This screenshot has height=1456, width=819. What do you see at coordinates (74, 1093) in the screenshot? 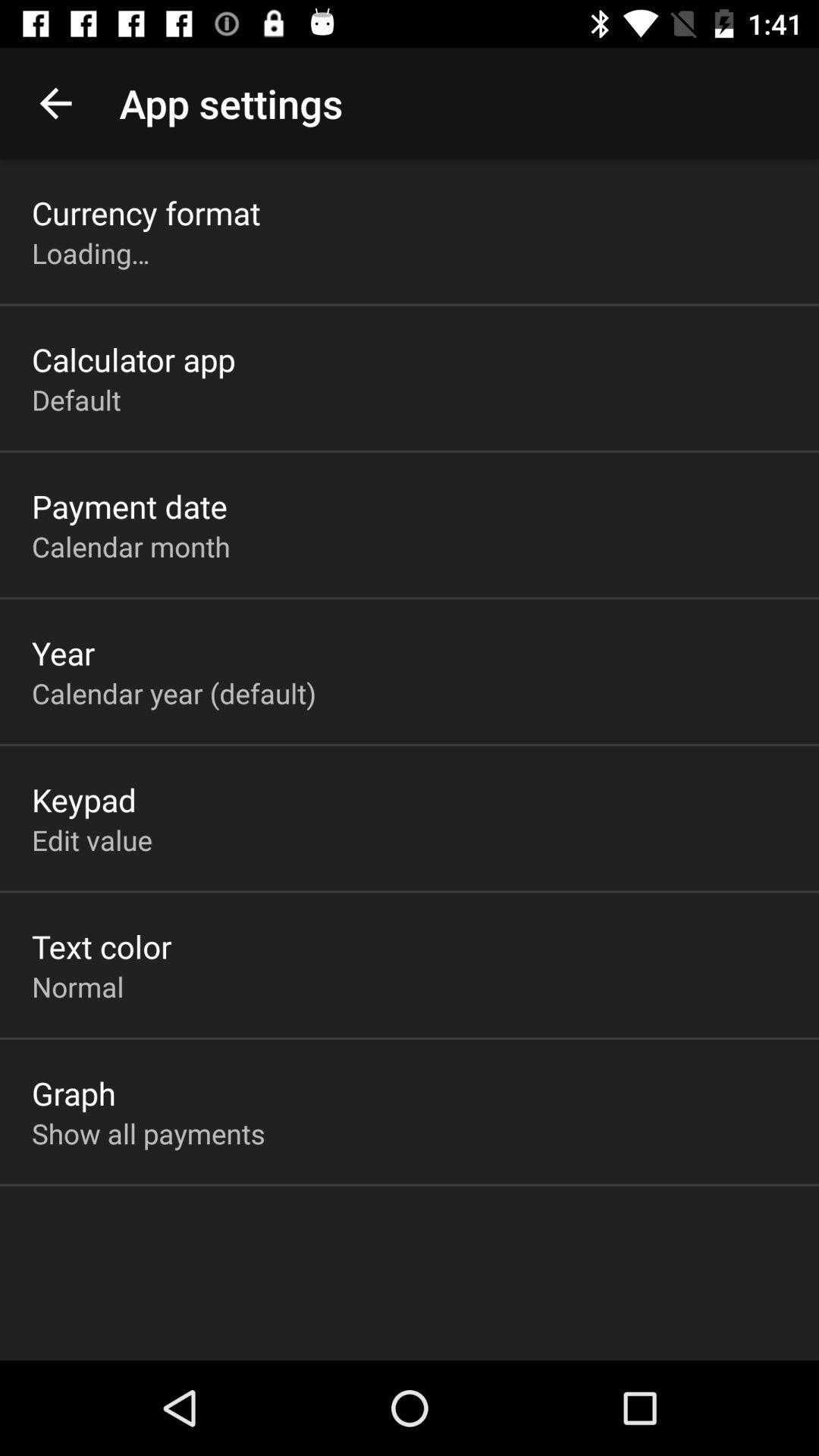
I see `the graph item` at bounding box center [74, 1093].